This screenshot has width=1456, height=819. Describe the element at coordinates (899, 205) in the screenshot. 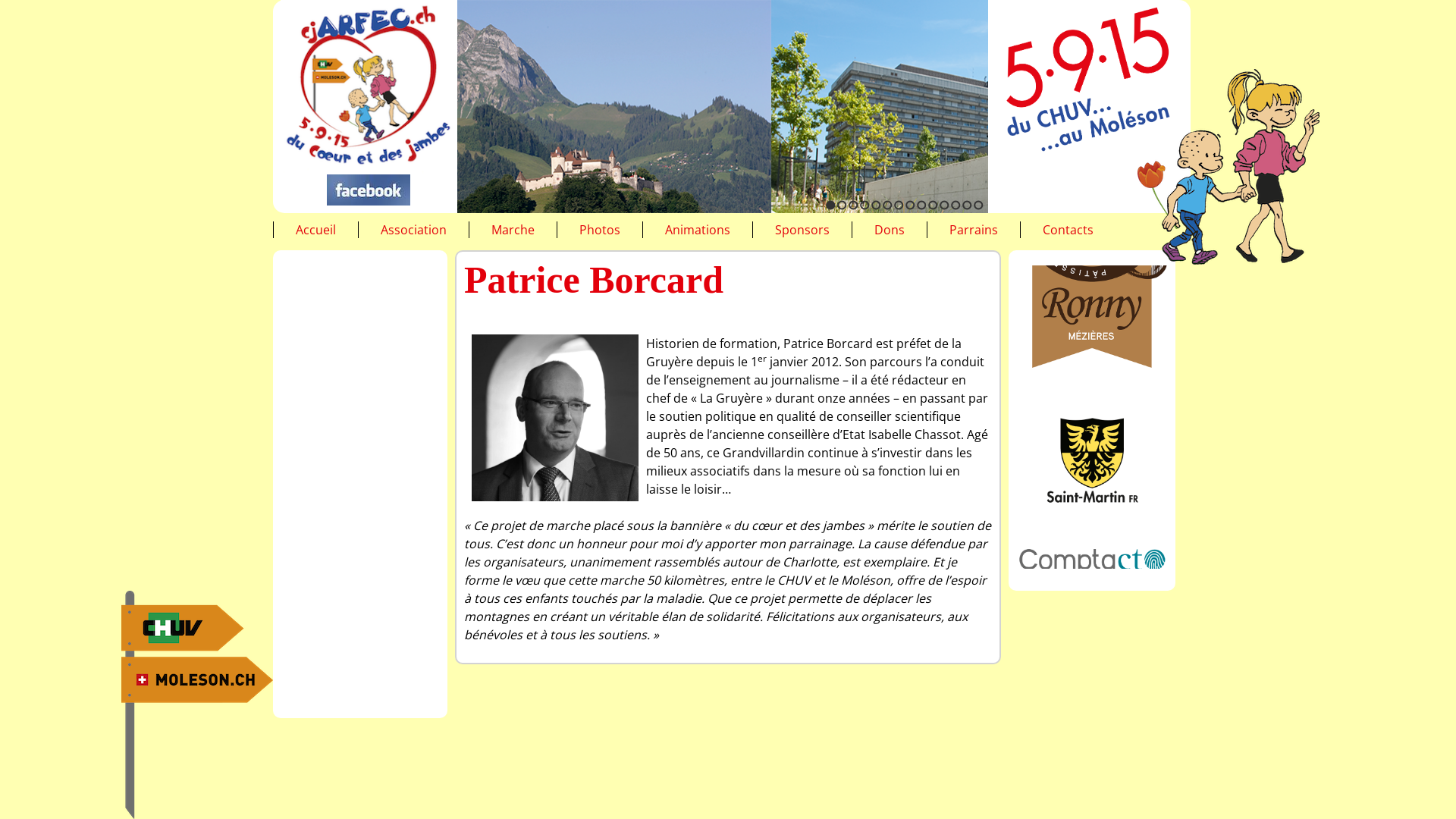

I see `'7'` at that location.